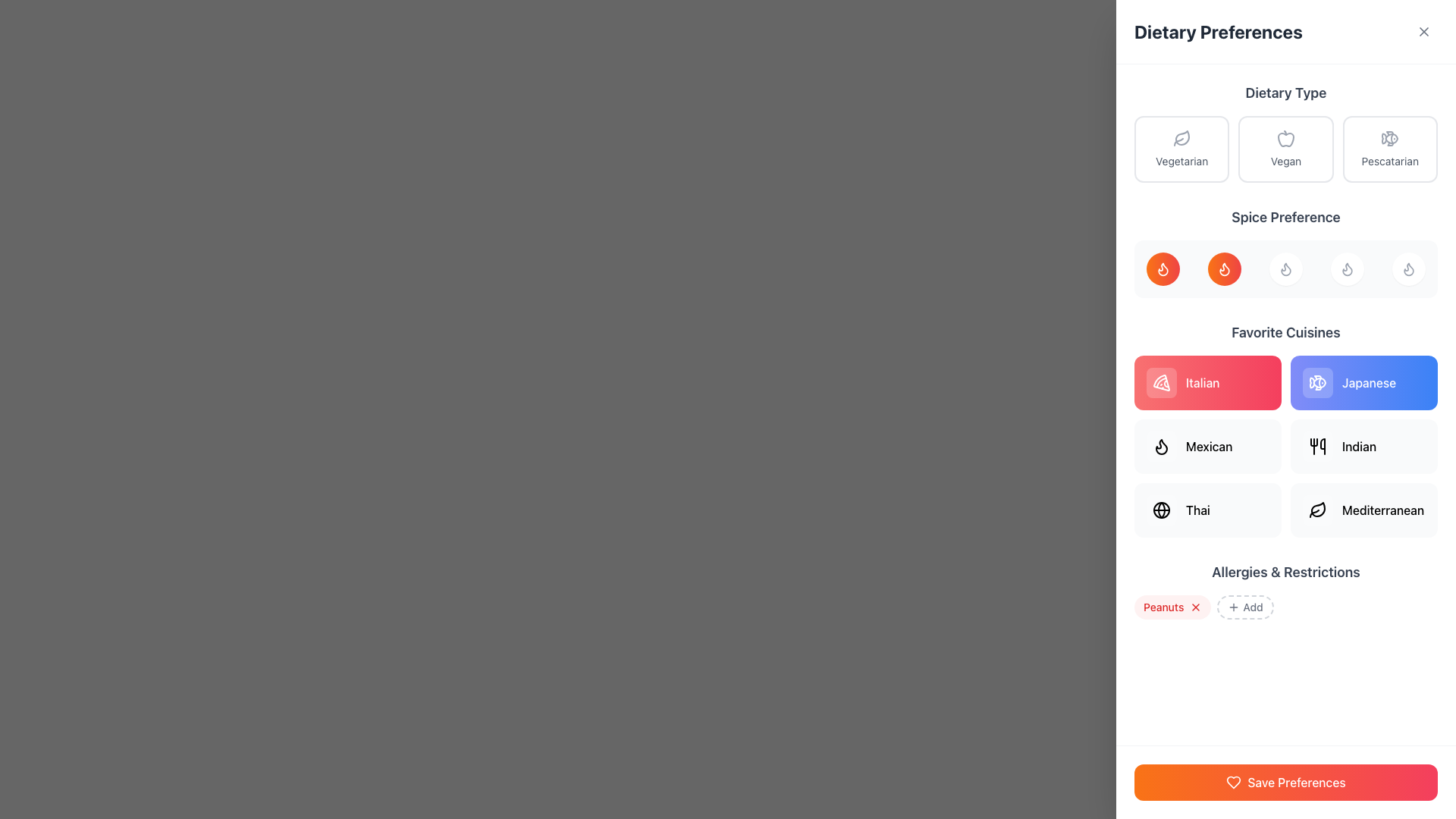 The image size is (1456, 819). What do you see at coordinates (1316, 510) in the screenshot?
I see `the leaf-shaped icon outlined in black, located within the 'Mediterranean' label under the 'Favorite Cuisines' section, positioned in the last box on the right of the grid layout` at bounding box center [1316, 510].